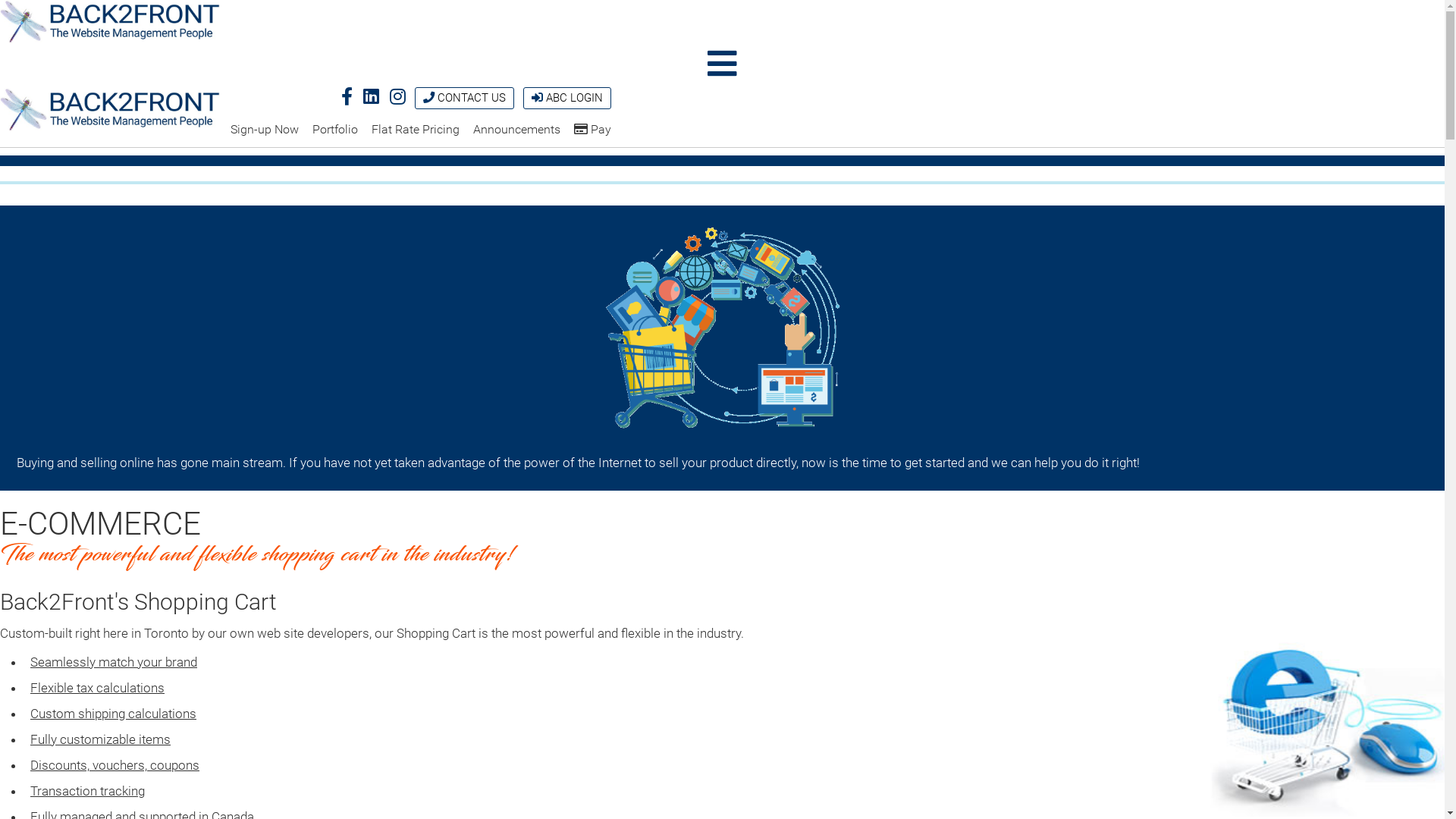 The image size is (1456, 819). I want to click on 'Transaction tracking', so click(86, 789).